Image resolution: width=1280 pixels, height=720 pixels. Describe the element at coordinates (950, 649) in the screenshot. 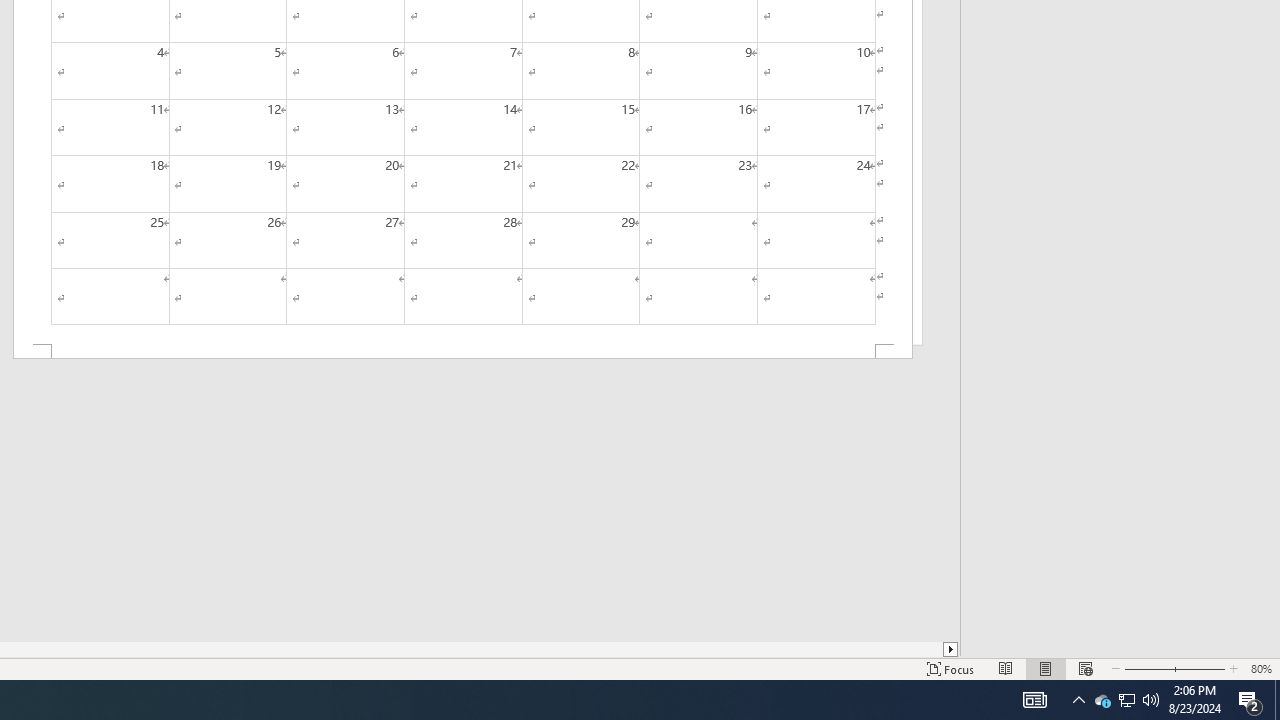

I see `'Column right'` at that location.